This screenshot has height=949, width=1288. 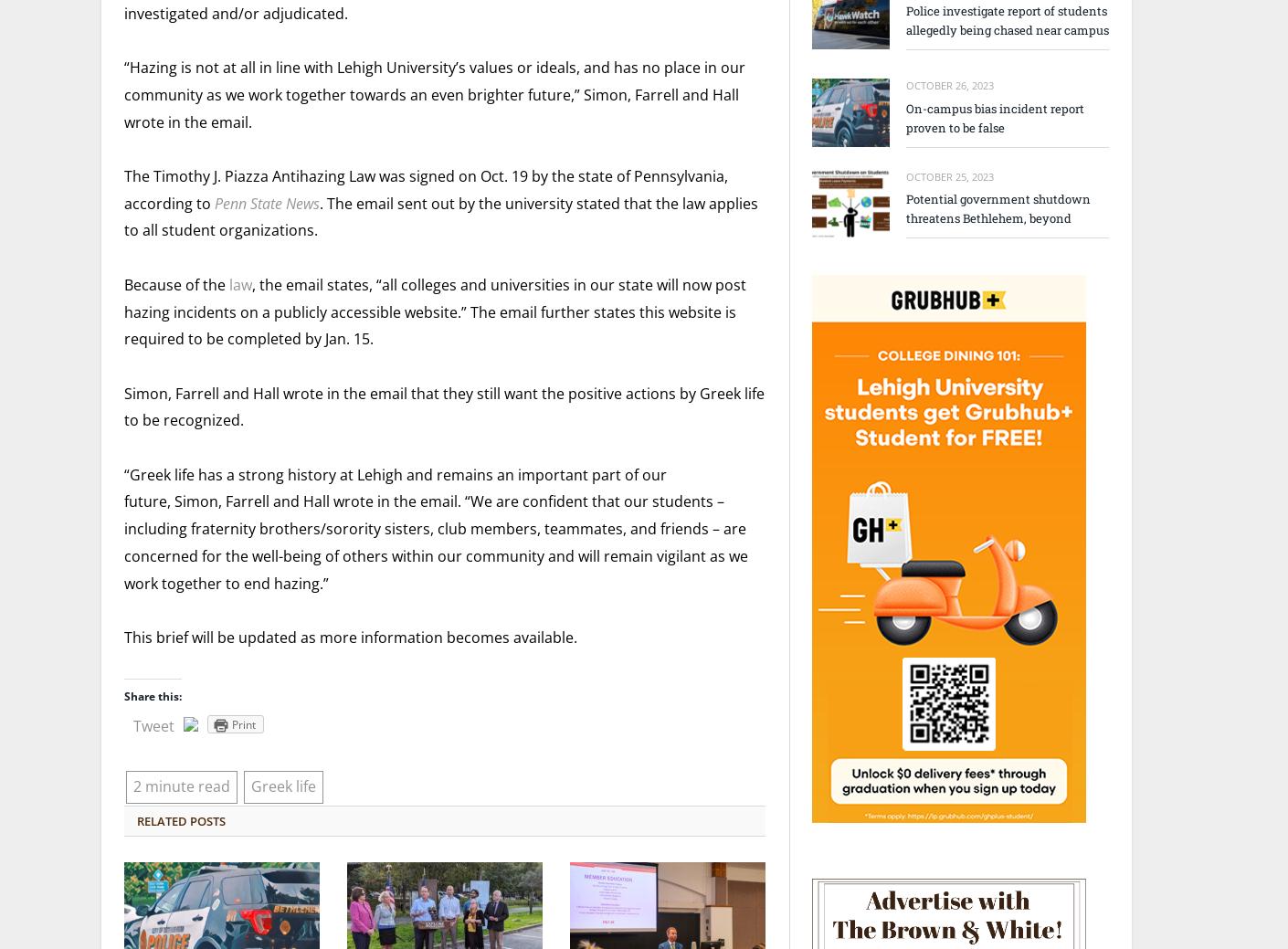 I want to click on 'Because of the', so click(x=174, y=283).